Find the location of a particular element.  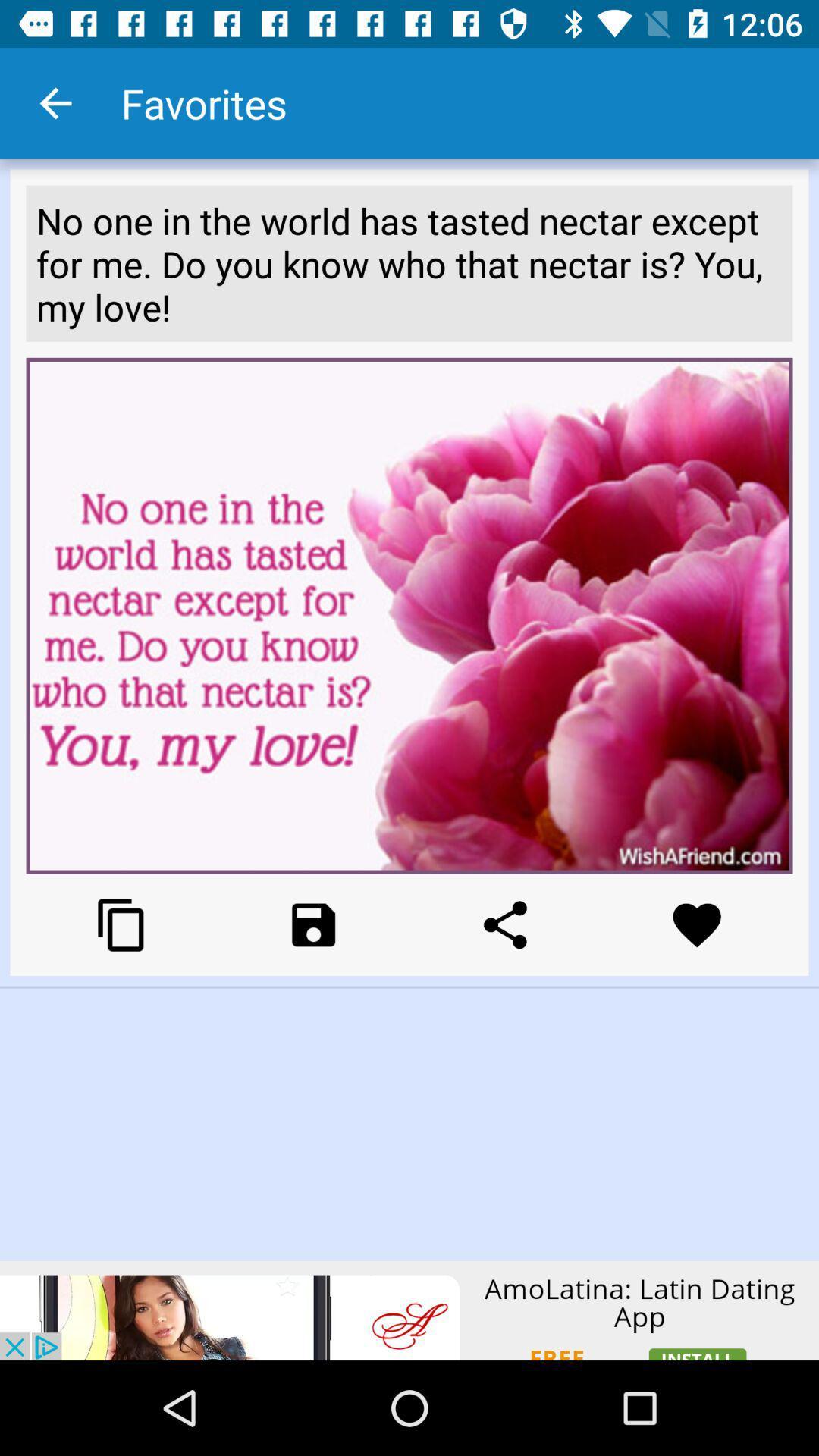

heart emoji is located at coordinates (697, 924).